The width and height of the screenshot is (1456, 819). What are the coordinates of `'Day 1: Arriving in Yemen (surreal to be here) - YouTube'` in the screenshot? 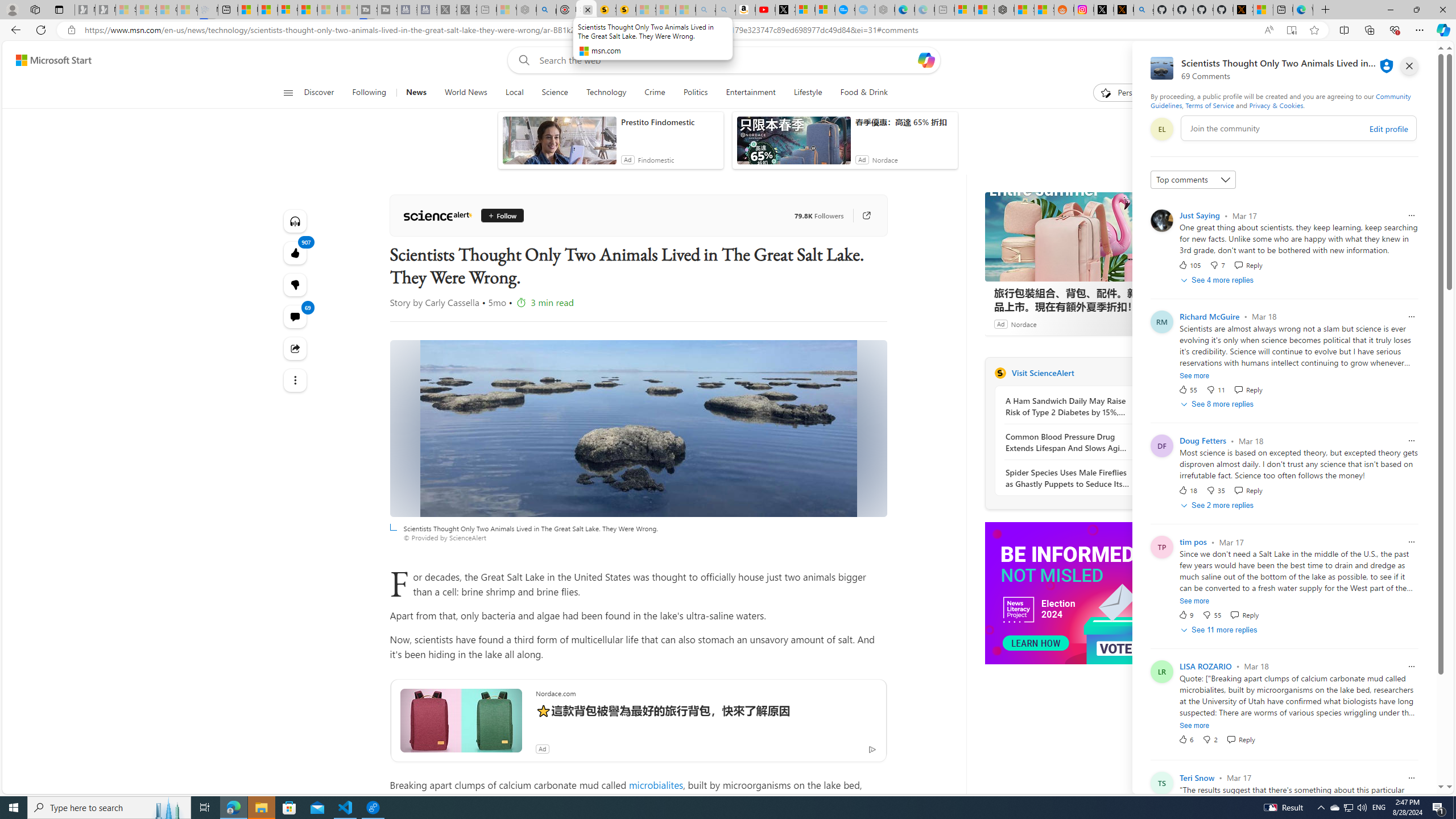 It's located at (765, 9).